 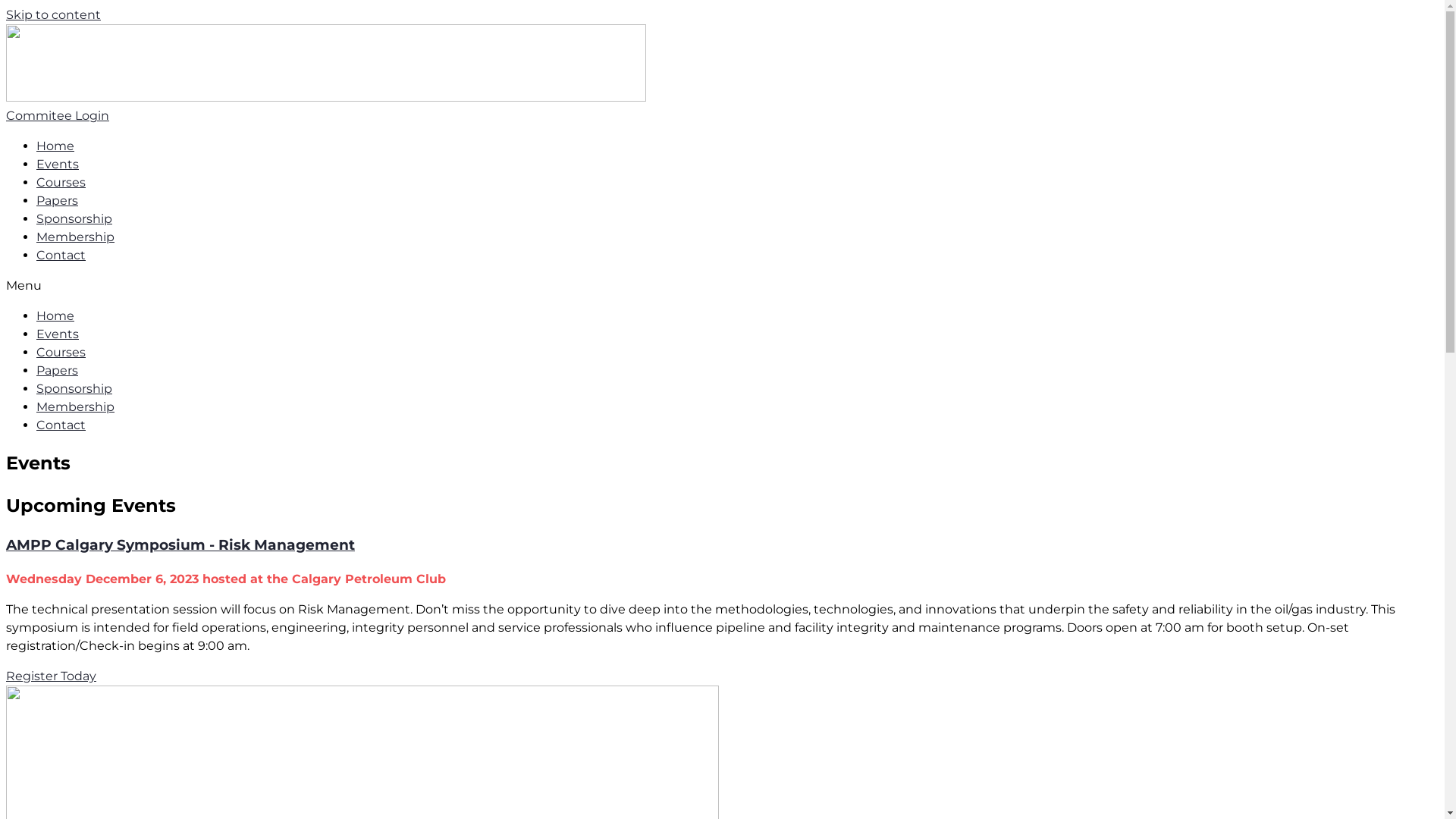 I want to click on 'Events', so click(x=58, y=164).